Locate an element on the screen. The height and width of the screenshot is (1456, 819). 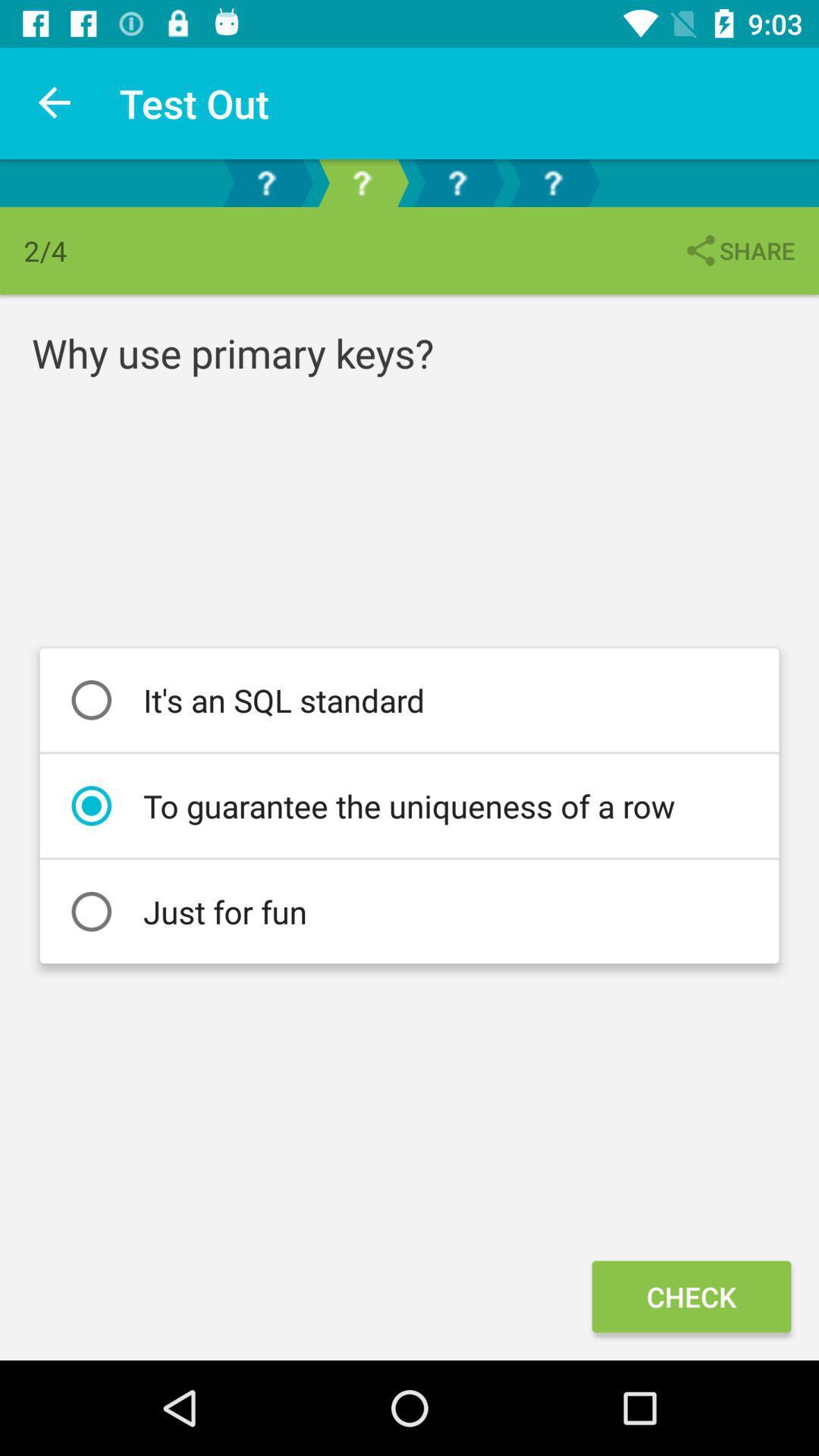
help is located at coordinates (553, 182).